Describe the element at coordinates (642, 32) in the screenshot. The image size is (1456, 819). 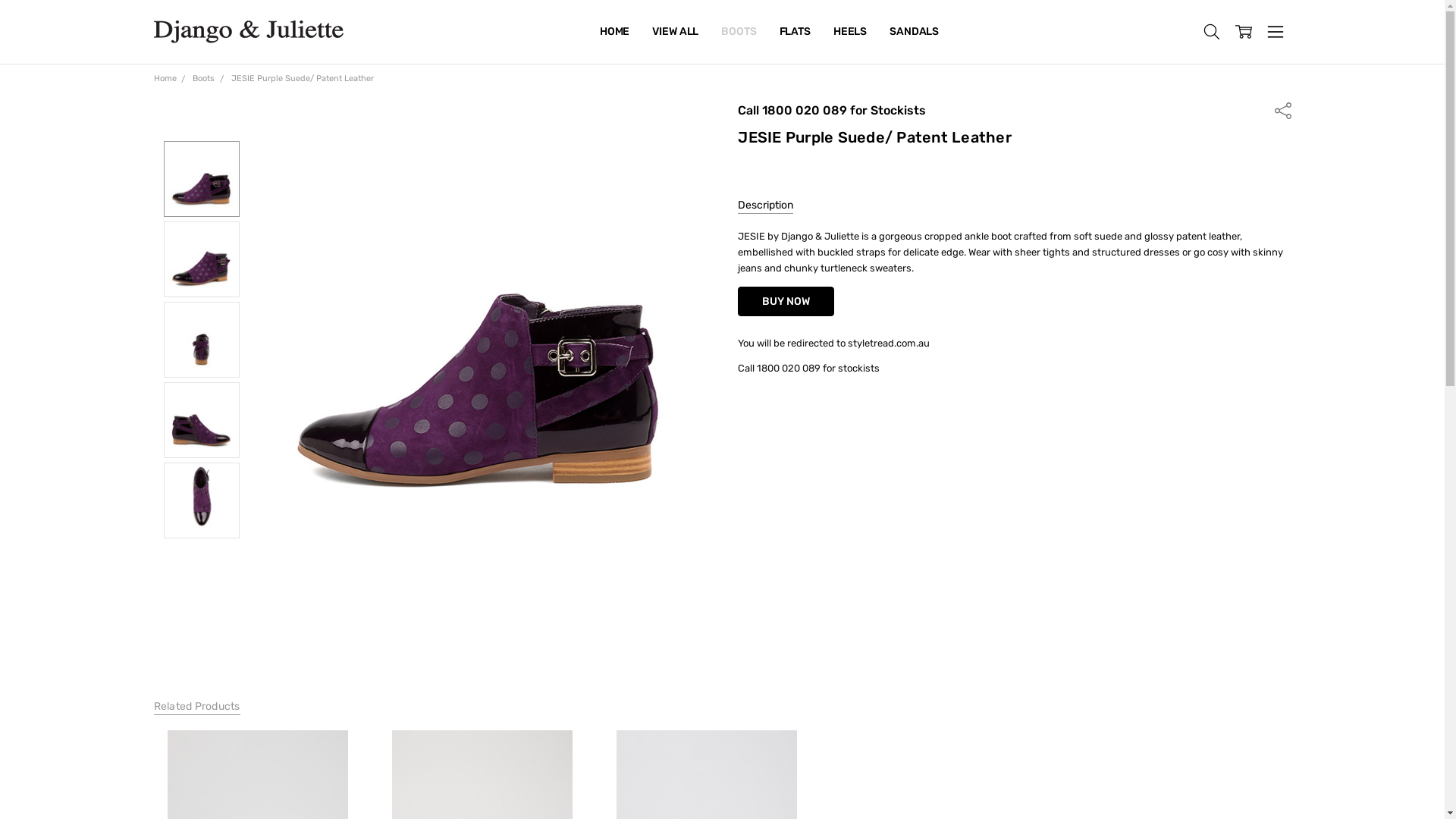
I see `'FIND A STOCKIST'` at that location.